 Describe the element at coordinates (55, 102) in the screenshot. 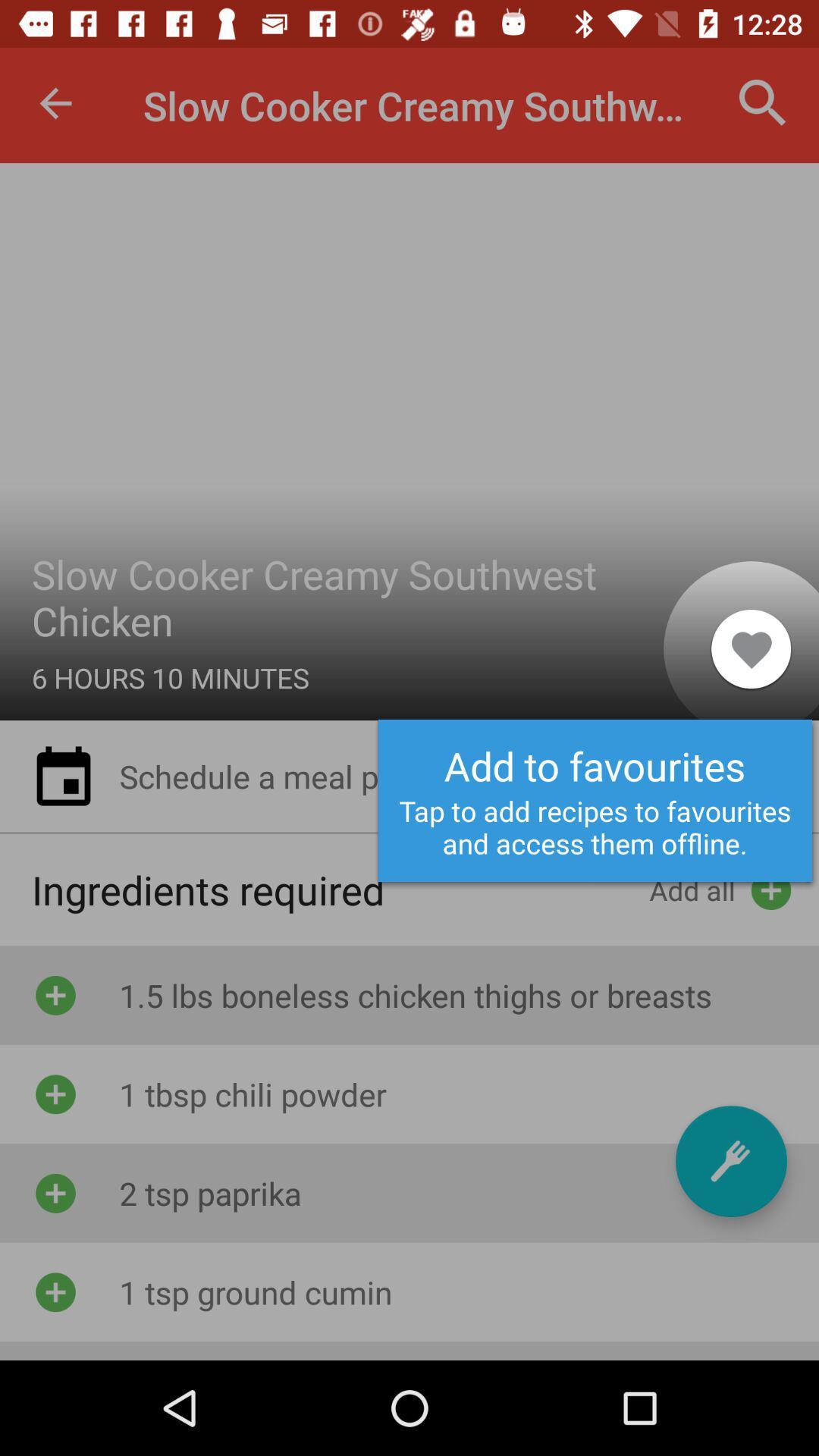

I see `the icon next to the slow cooker creamy` at that location.